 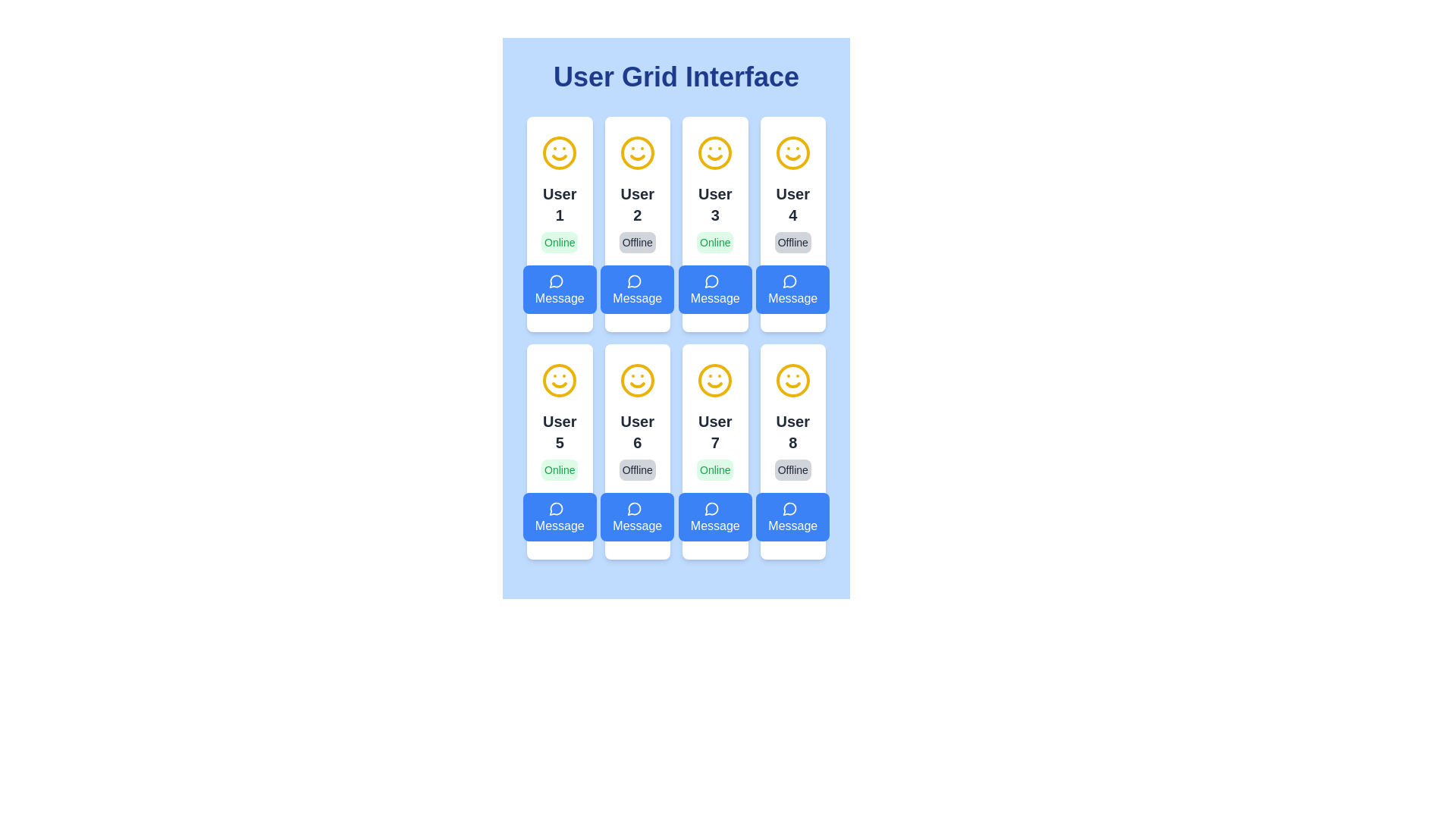 I want to click on the smiley face icon located in the top-right corner of the 'User 4' card, which signifies positivity and is positioned above the 'Offline' and 'Message' labels, so click(x=792, y=152).